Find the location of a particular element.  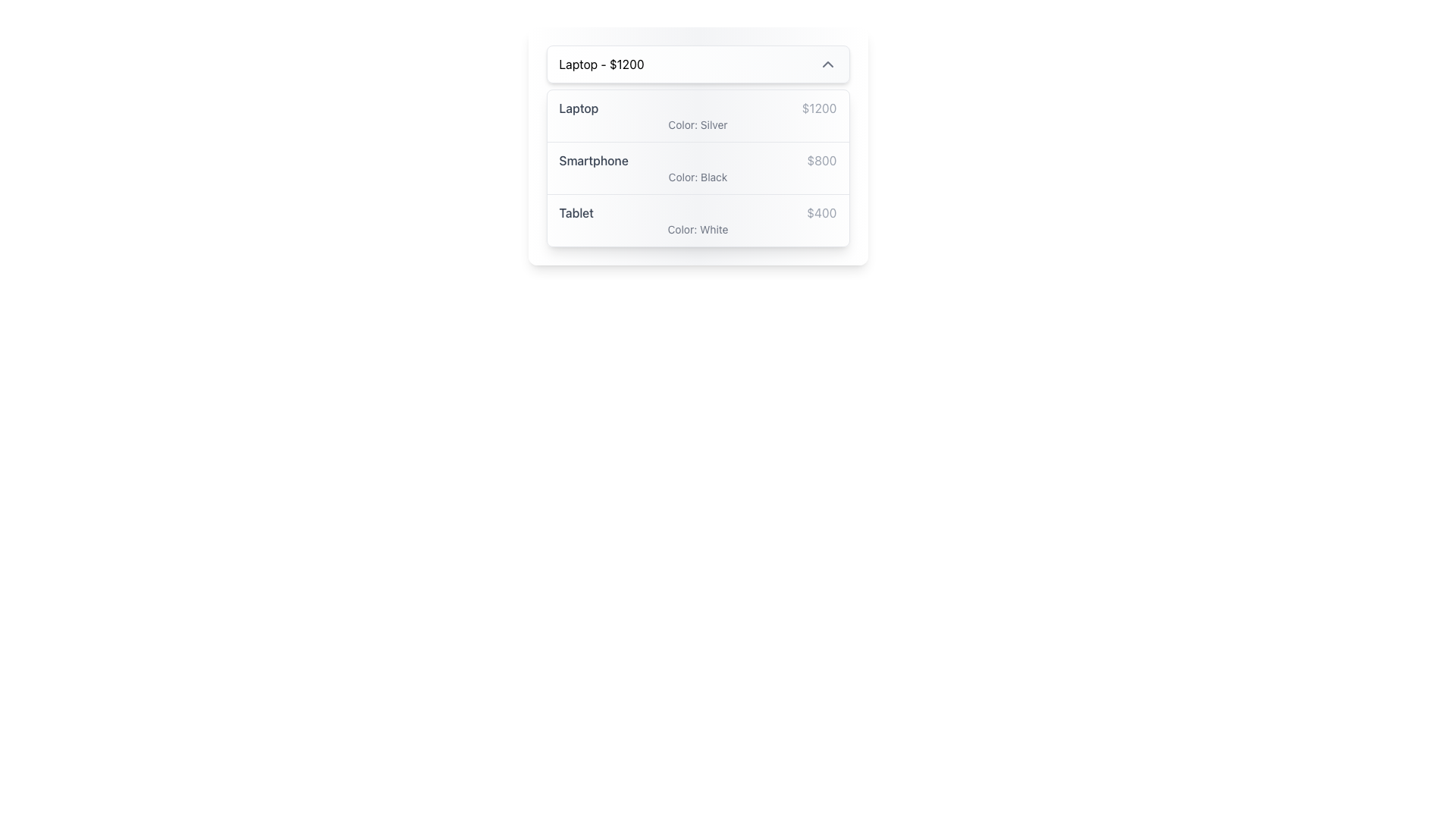

the first item is located at coordinates (697, 115).